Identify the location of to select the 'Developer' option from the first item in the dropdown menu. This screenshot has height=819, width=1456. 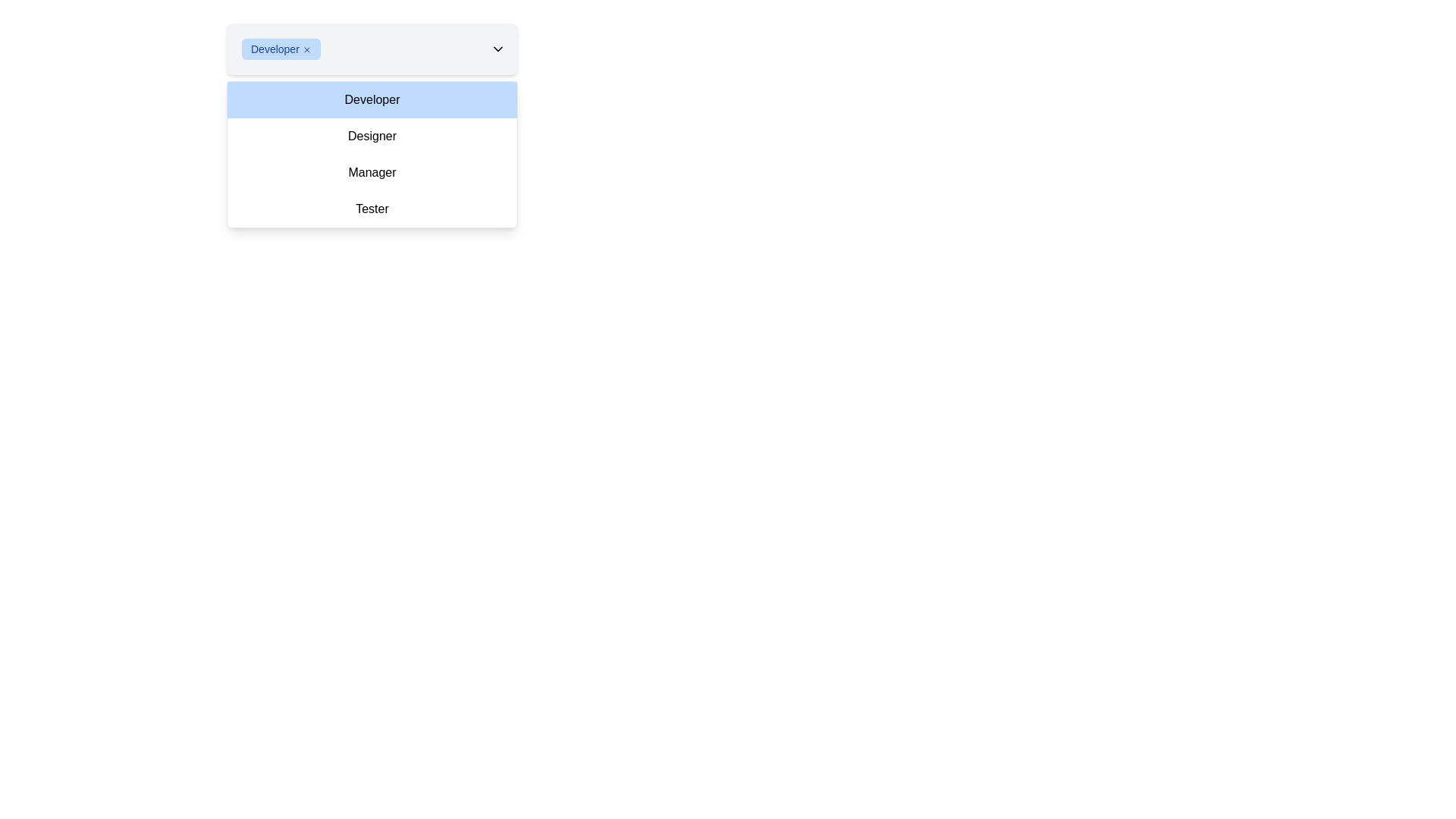
(372, 99).